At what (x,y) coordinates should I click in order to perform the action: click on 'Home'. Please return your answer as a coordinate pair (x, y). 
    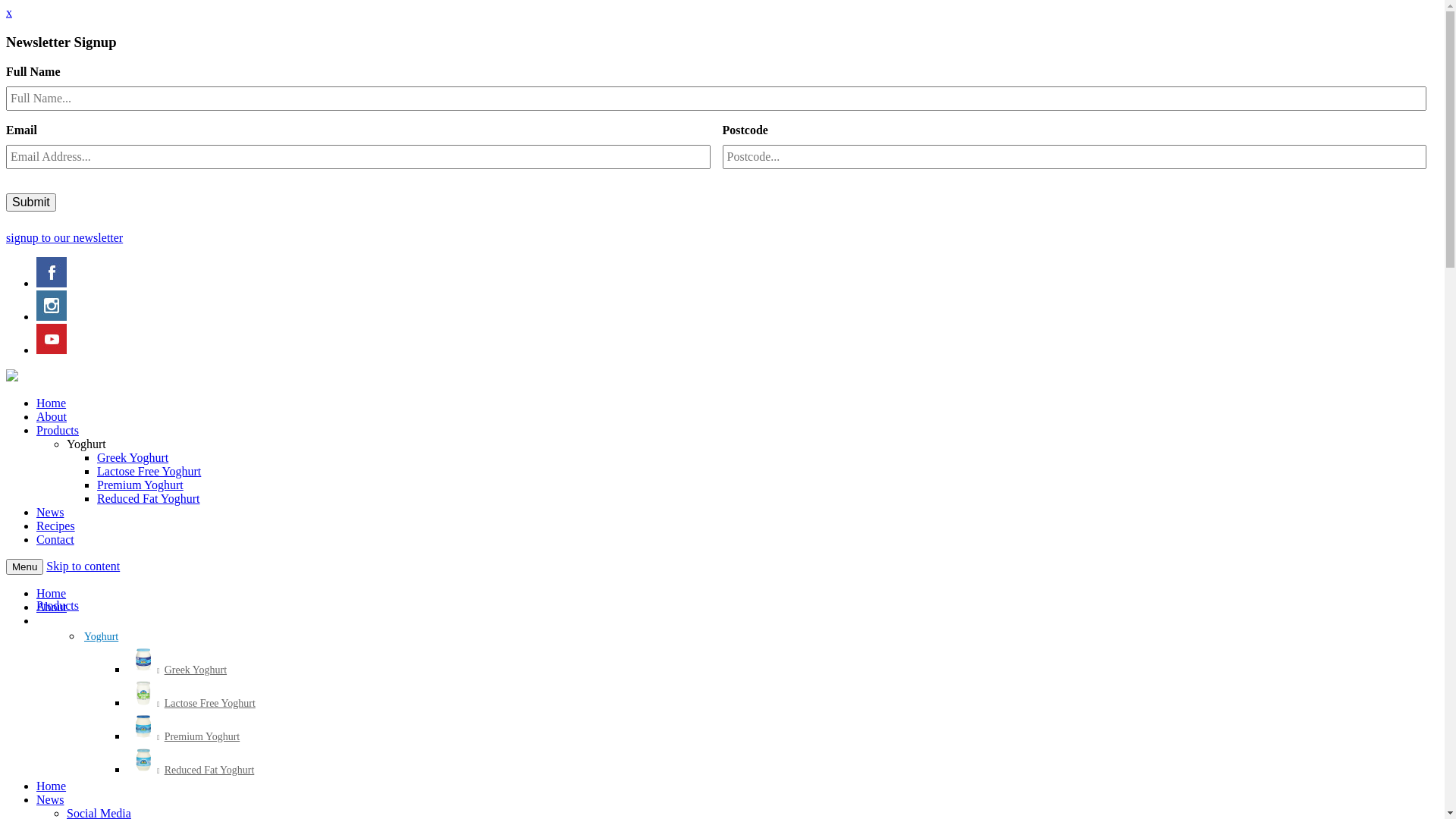
    Looking at the image, I should click on (51, 592).